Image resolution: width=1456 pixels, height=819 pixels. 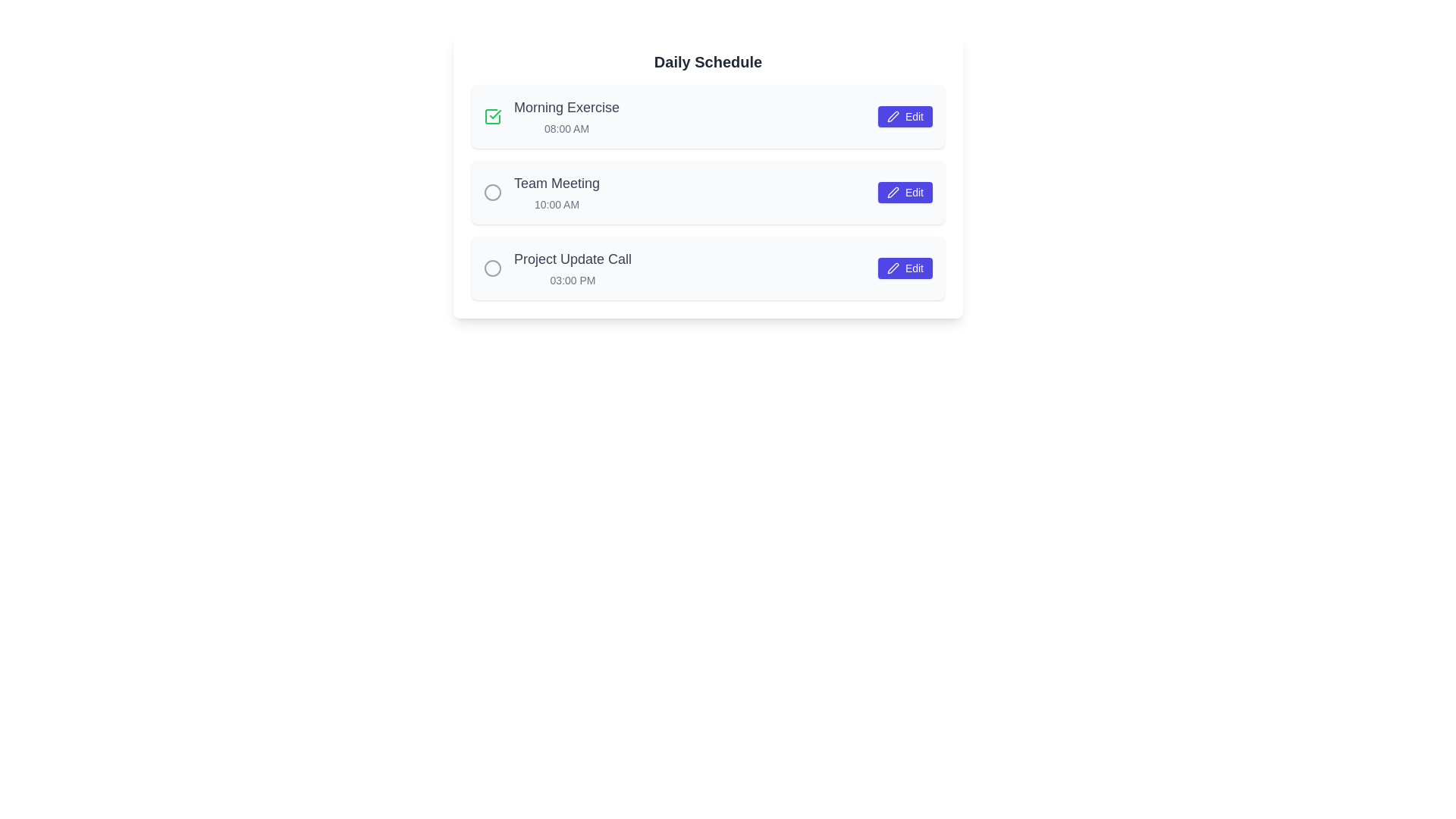 I want to click on the first list item titled 'Morning Exercise' in the Daily Schedule, so click(x=708, y=116).